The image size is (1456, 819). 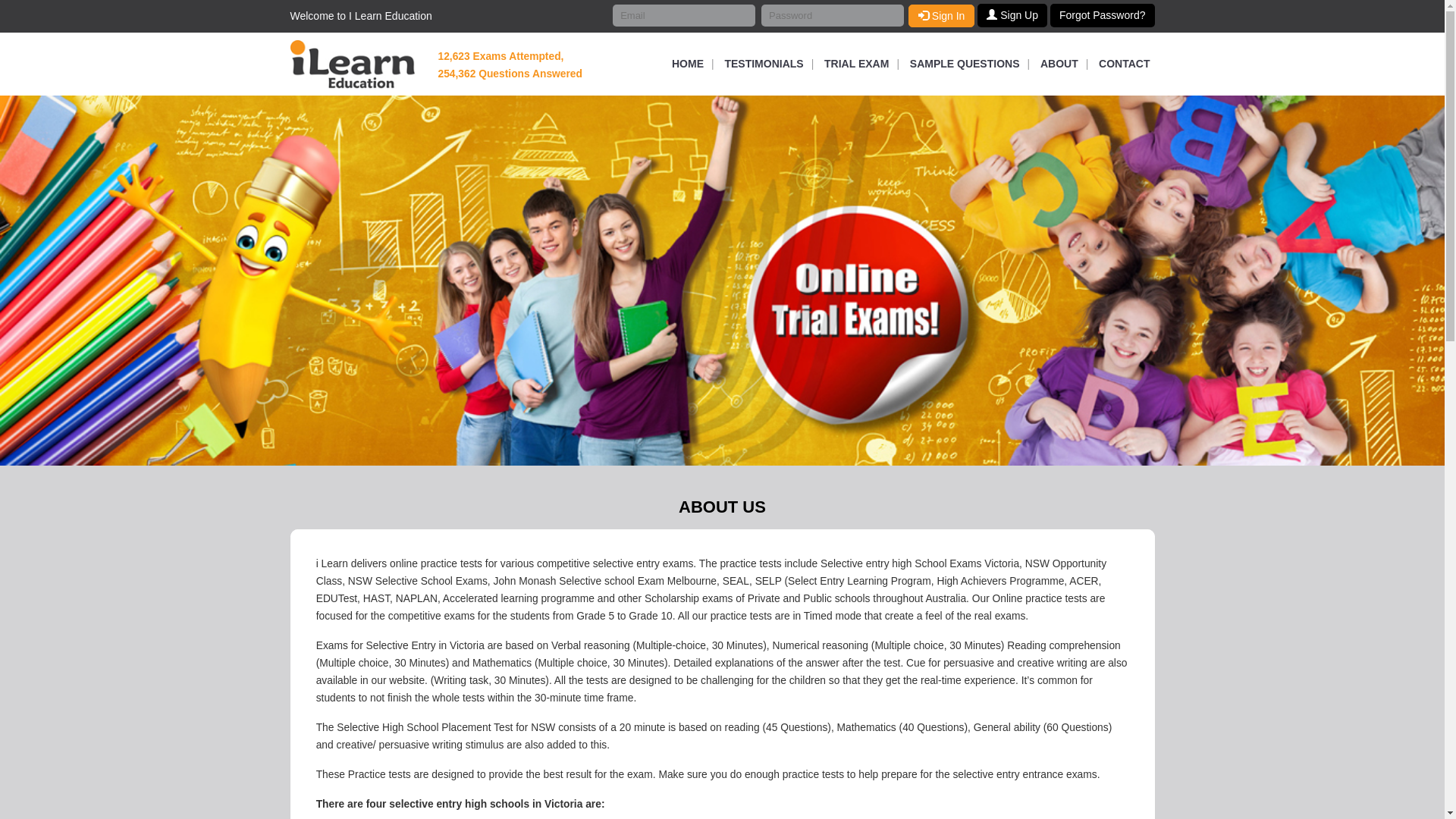 I want to click on 'Sign In', so click(x=940, y=15).